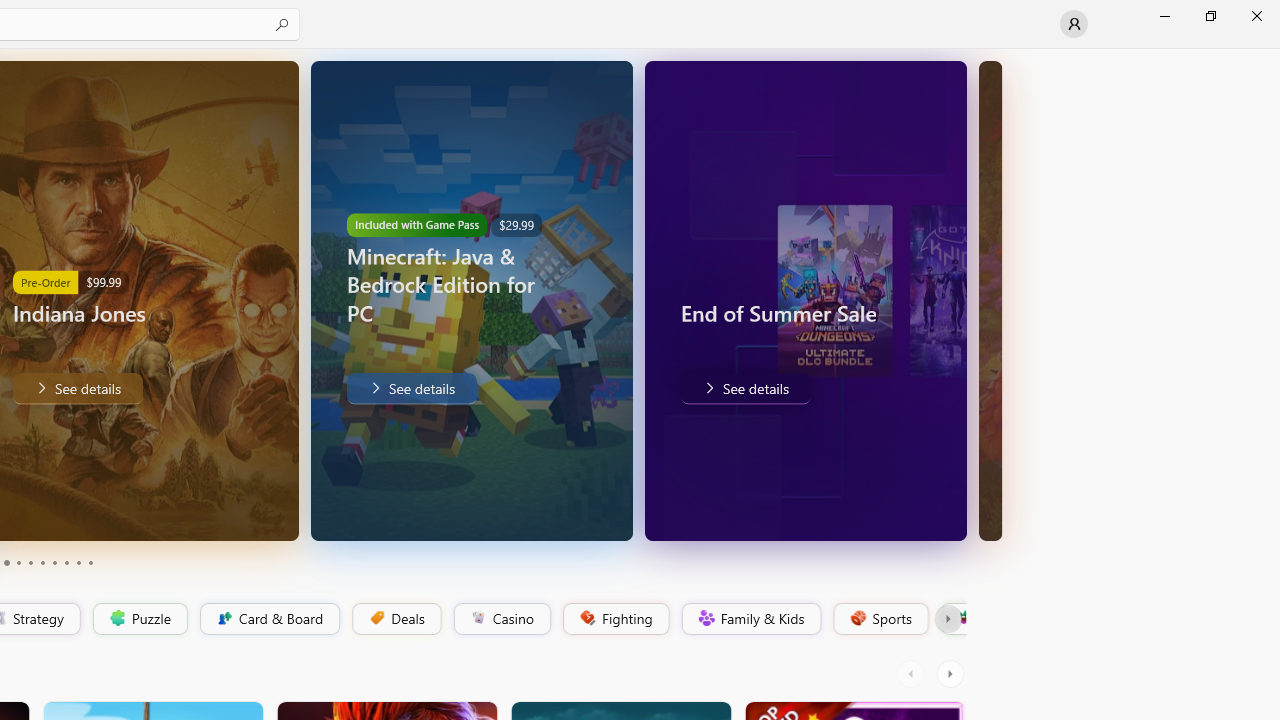 The height and width of the screenshot is (720, 1280). Describe the element at coordinates (138, 618) in the screenshot. I see `'Puzzle'` at that location.